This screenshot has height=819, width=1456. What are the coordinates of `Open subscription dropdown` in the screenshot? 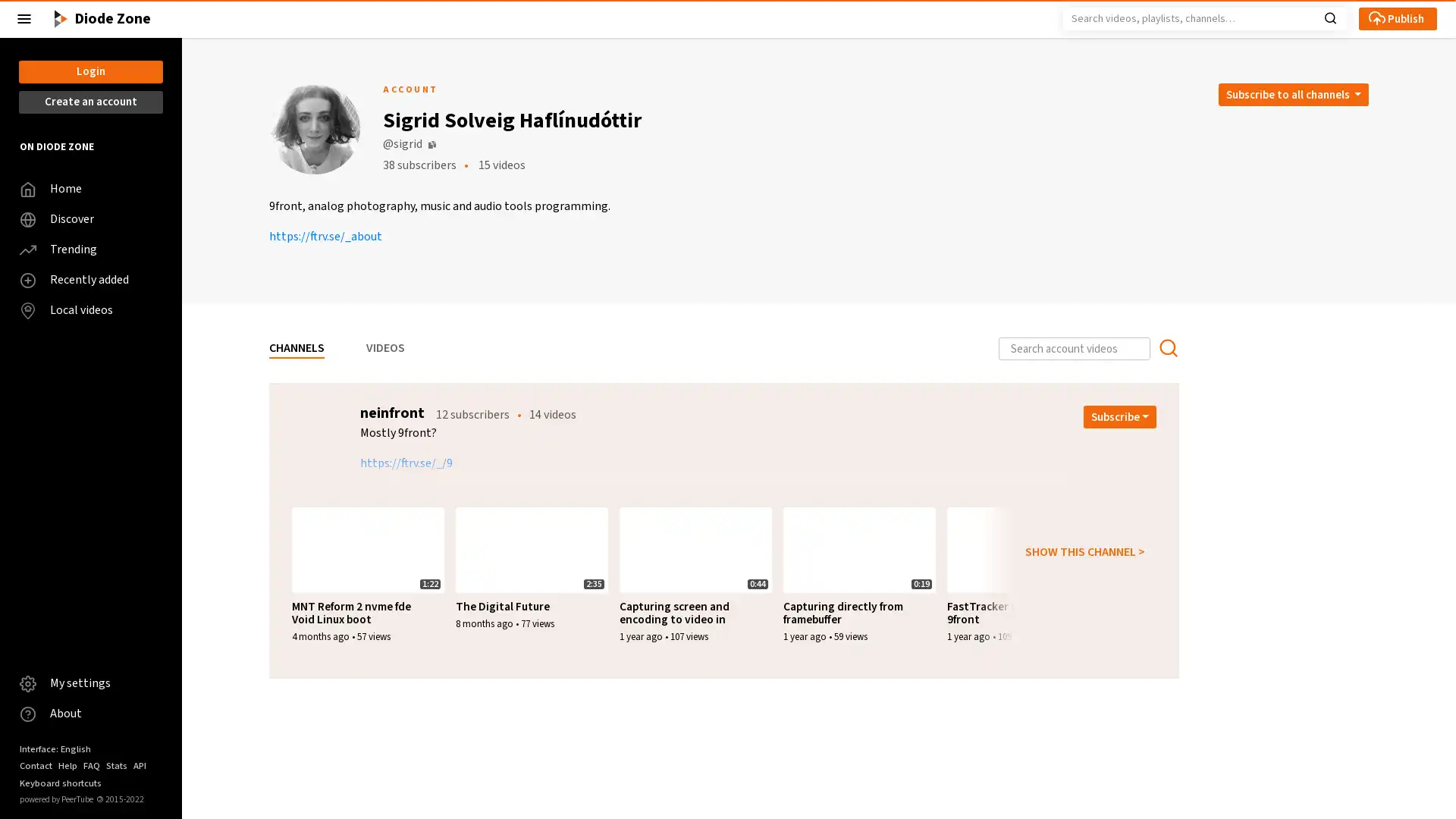 It's located at (1291, 94).